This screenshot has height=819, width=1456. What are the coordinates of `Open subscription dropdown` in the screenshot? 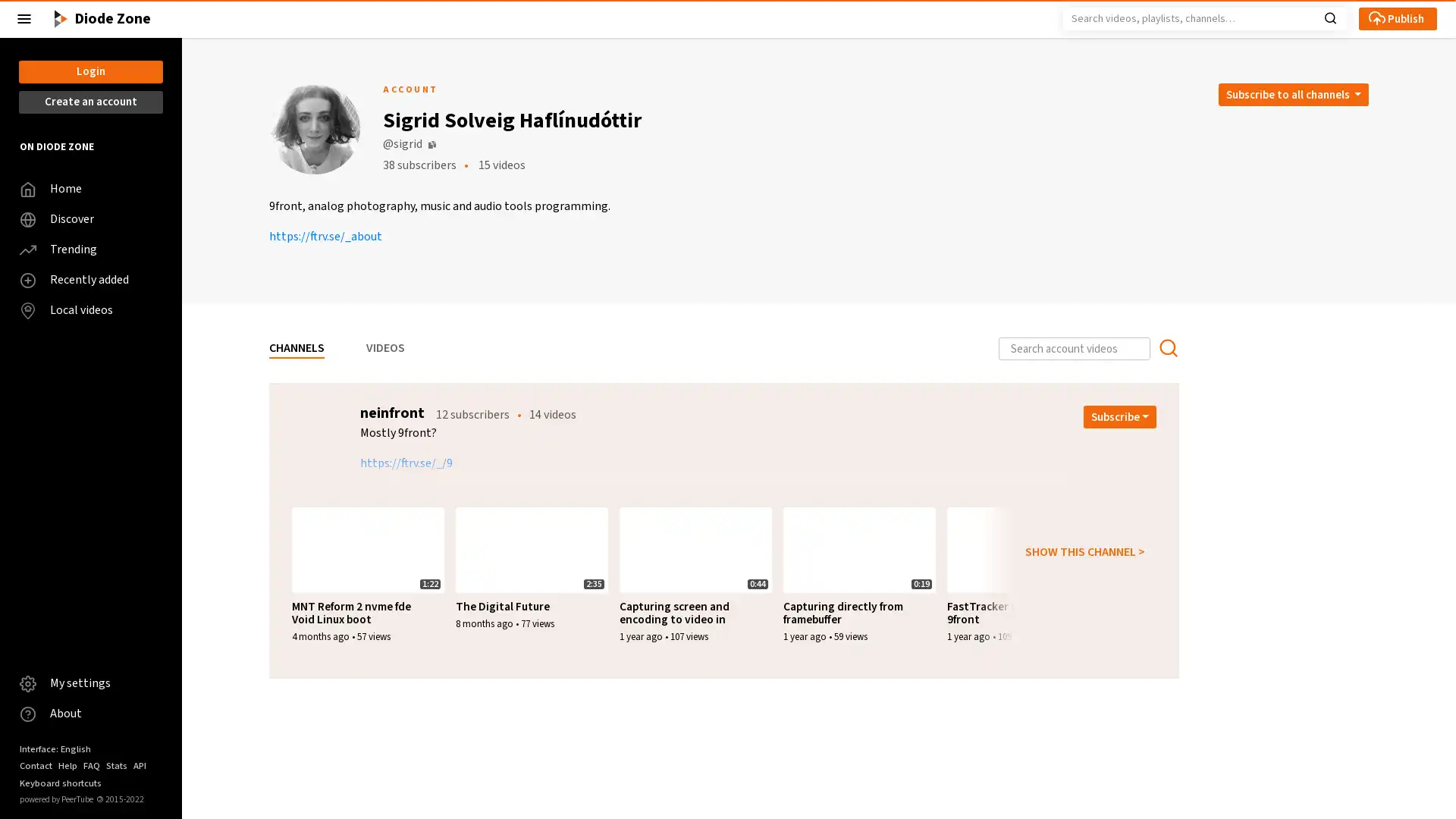 It's located at (1291, 94).